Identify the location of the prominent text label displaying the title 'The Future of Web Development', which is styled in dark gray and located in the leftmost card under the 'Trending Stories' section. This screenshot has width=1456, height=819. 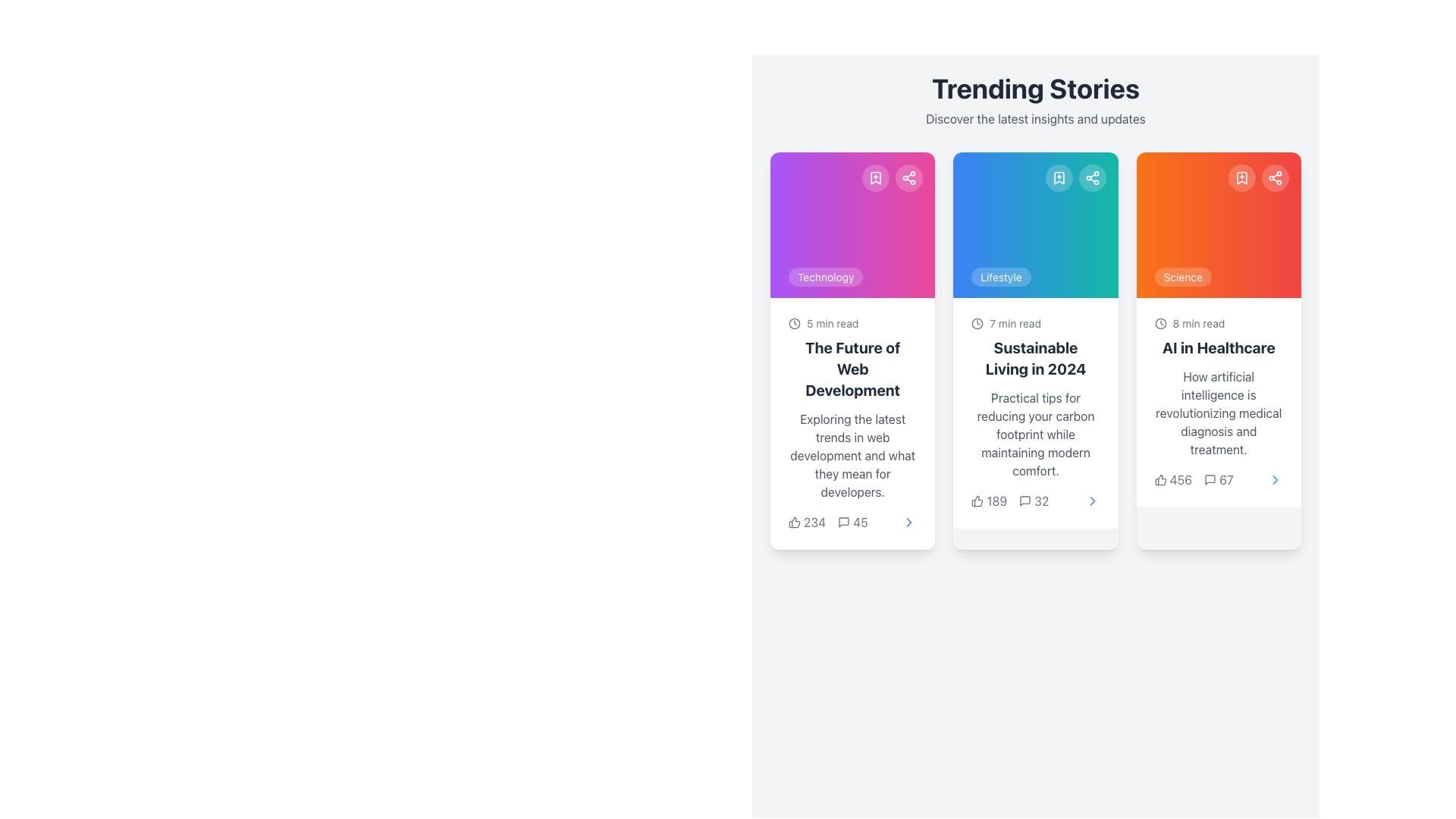
(852, 369).